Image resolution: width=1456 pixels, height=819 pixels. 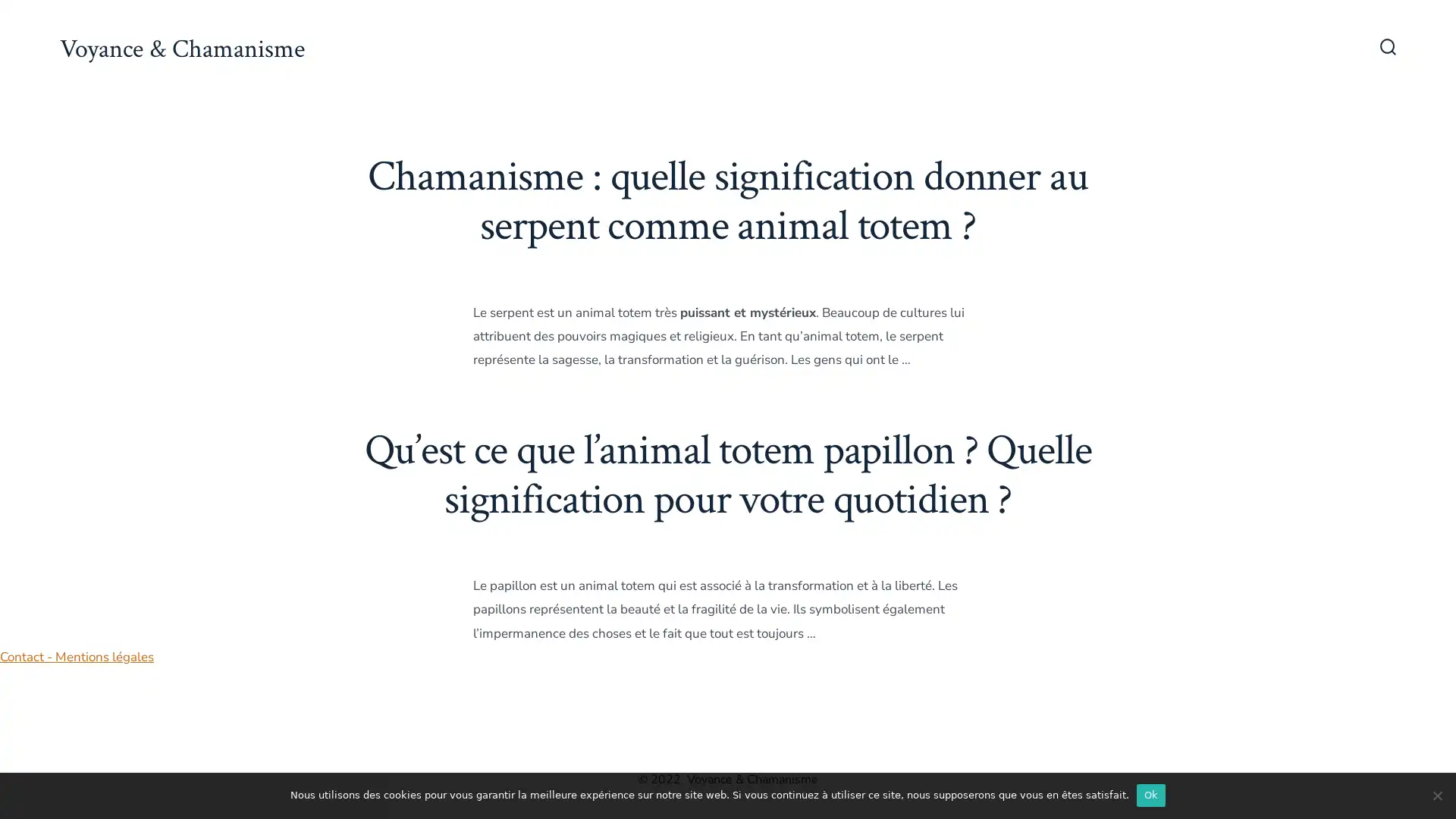 I want to click on Bascule Rechercher, so click(x=1387, y=48).